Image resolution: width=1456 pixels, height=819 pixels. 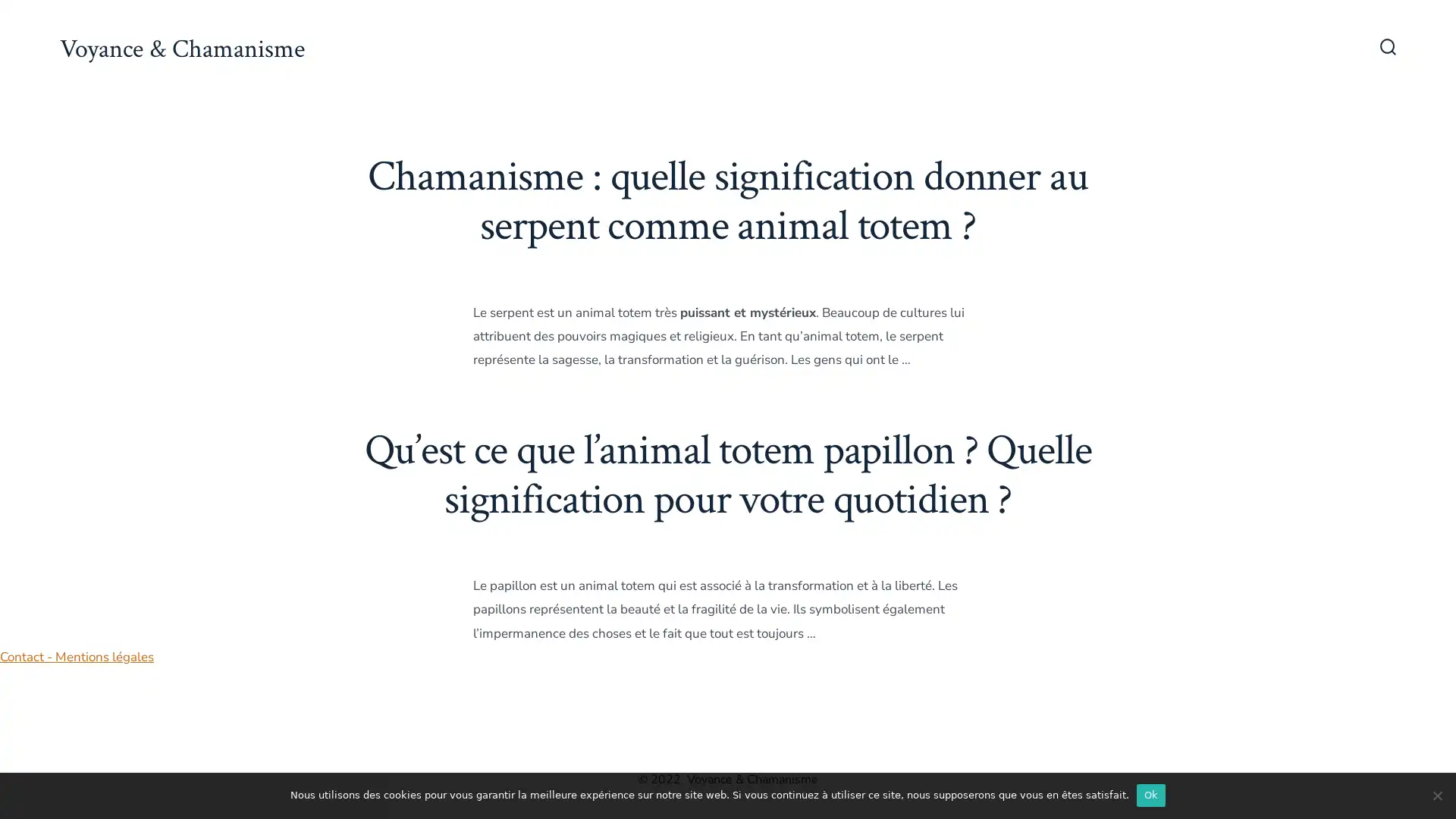 I want to click on Bascule Rechercher, so click(x=1387, y=48).